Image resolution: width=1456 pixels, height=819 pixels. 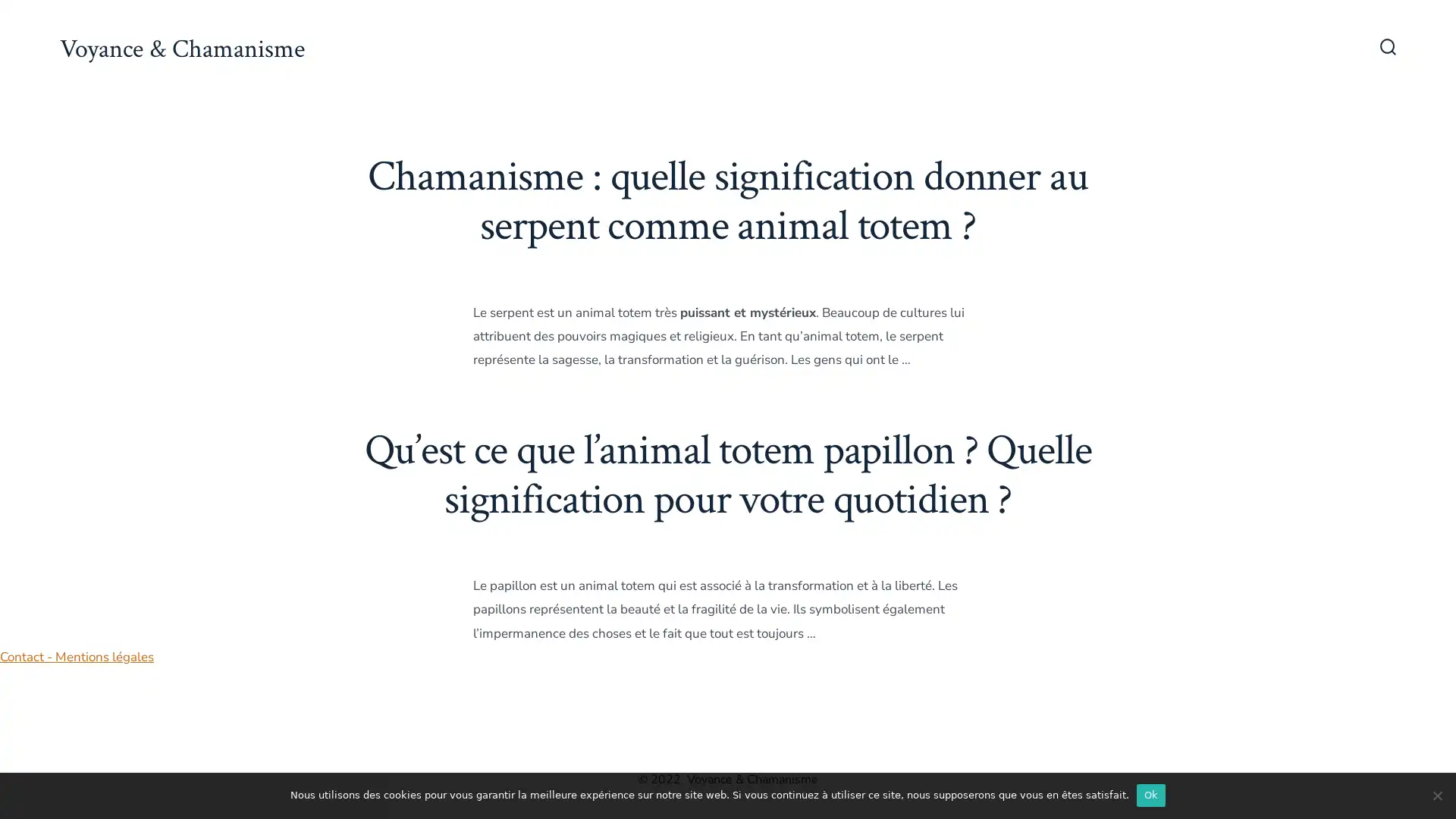 I want to click on Bascule Rechercher, so click(x=1387, y=48).